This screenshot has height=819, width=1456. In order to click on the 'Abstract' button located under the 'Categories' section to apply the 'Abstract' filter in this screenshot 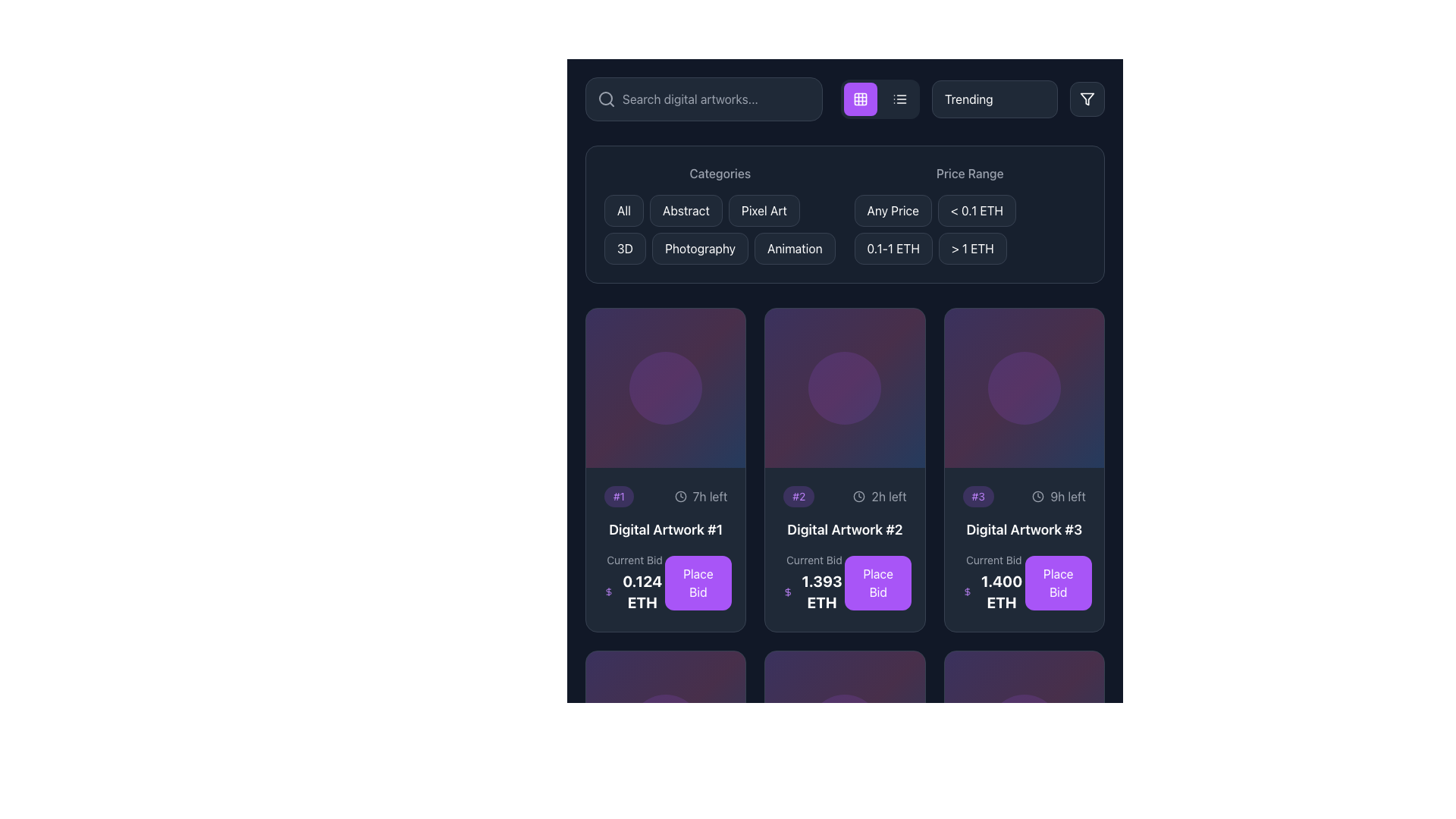, I will do `click(719, 214)`.